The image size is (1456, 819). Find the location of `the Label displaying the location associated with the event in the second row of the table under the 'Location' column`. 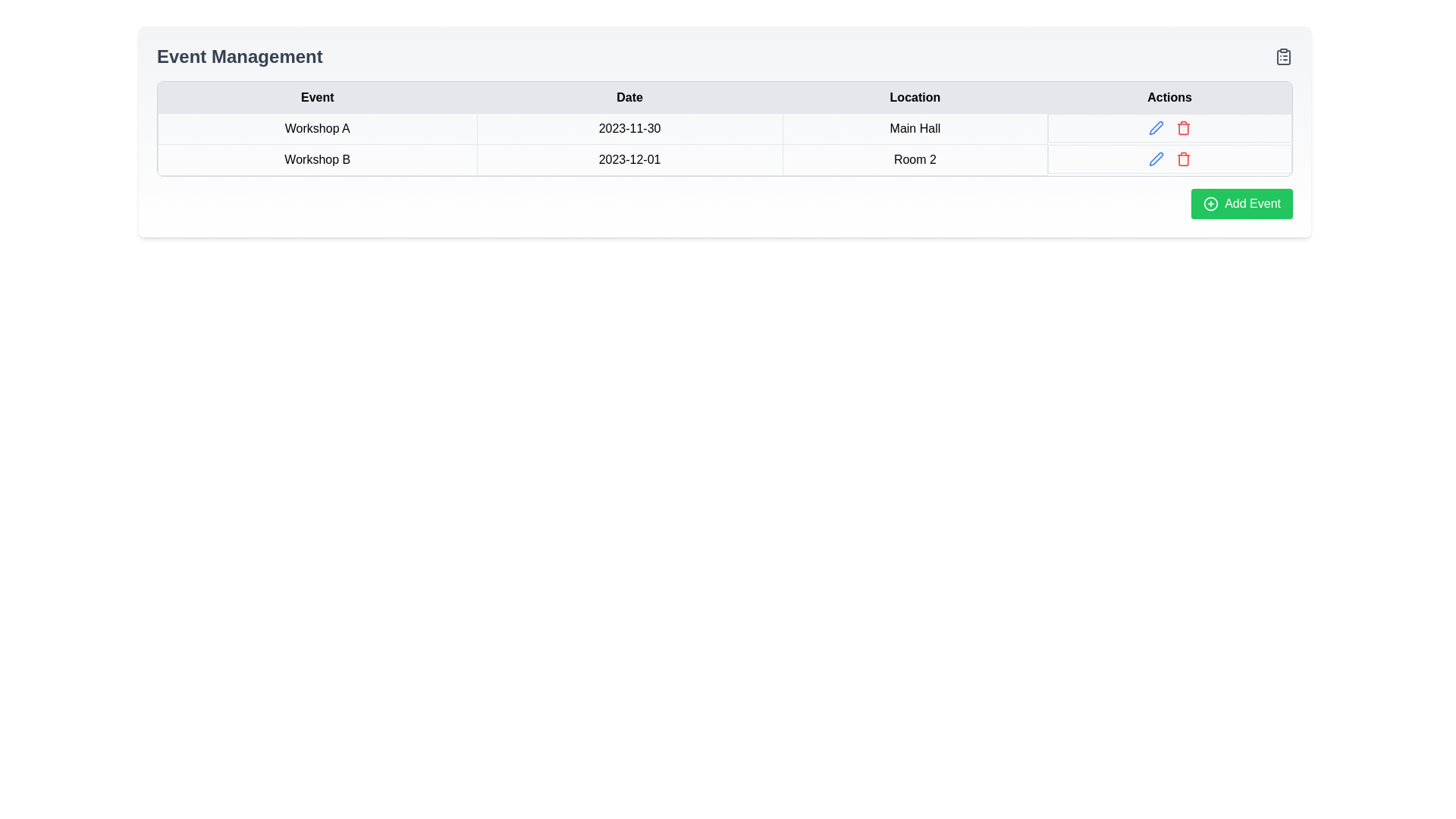

the Label displaying the location associated with the event in the second row of the table under the 'Location' column is located at coordinates (914, 160).